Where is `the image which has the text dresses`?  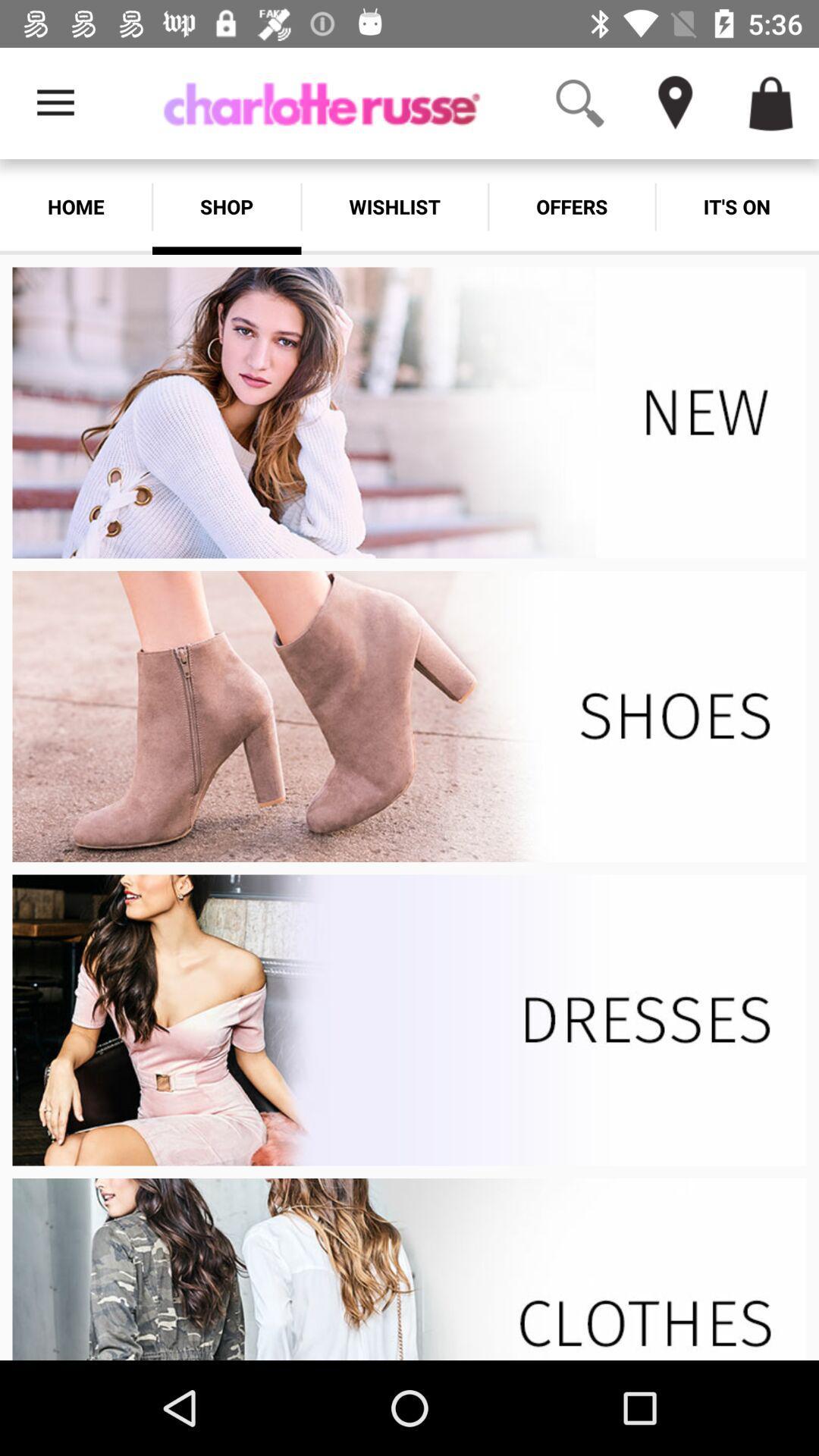
the image which has the text dresses is located at coordinates (409, 1020).